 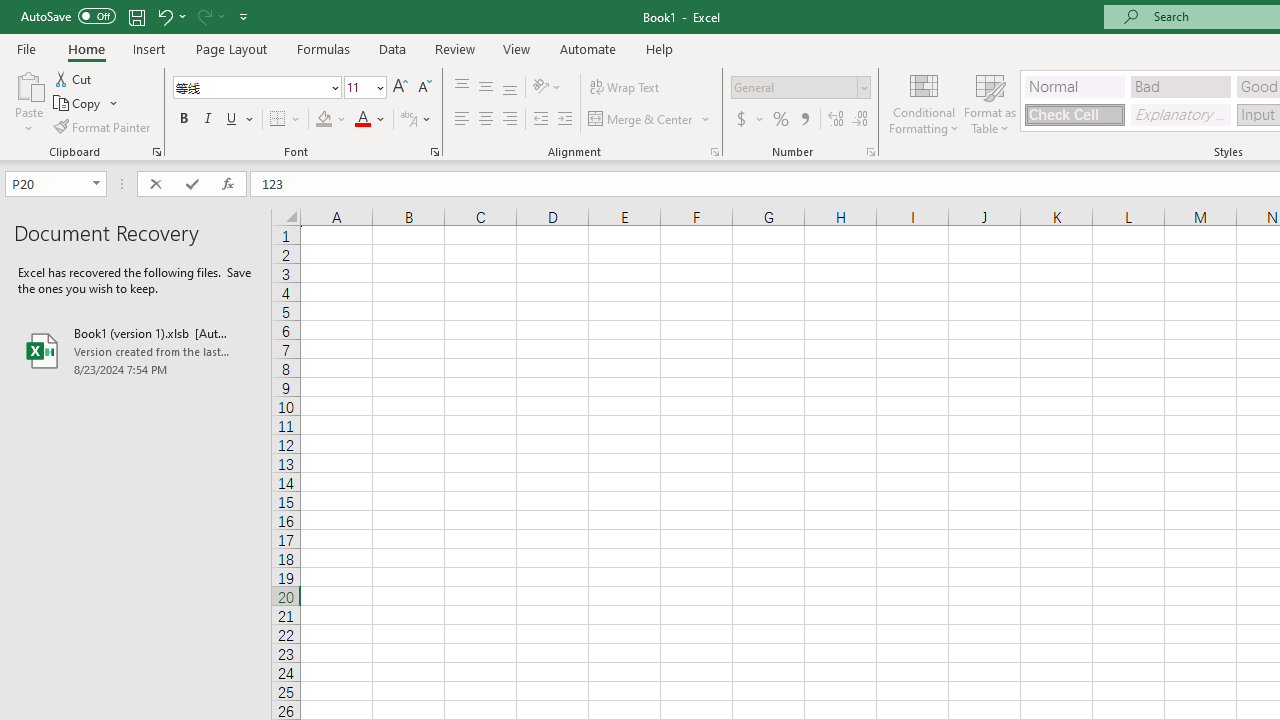 What do you see at coordinates (540, 119) in the screenshot?
I see `'Decrease Indent'` at bounding box center [540, 119].